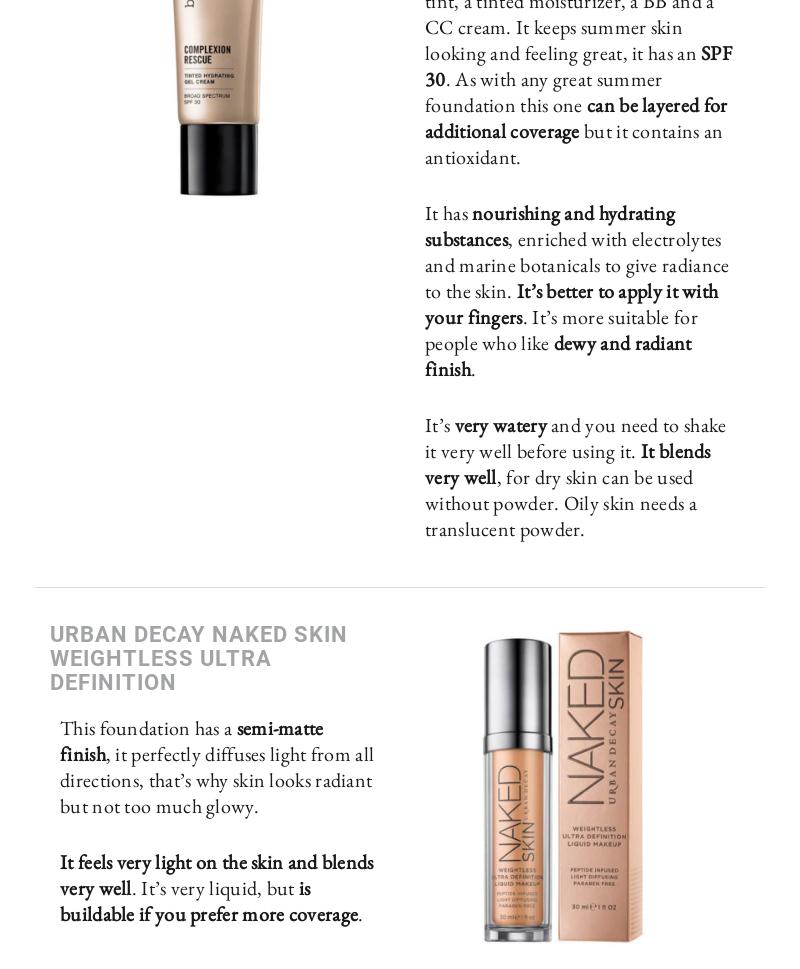 Image resolution: width=800 pixels, height=969 pixels. What do you see at coordinates (567, 463) in the screenshot?
I see `'It blends very well'` at bounding box center [567, 463].